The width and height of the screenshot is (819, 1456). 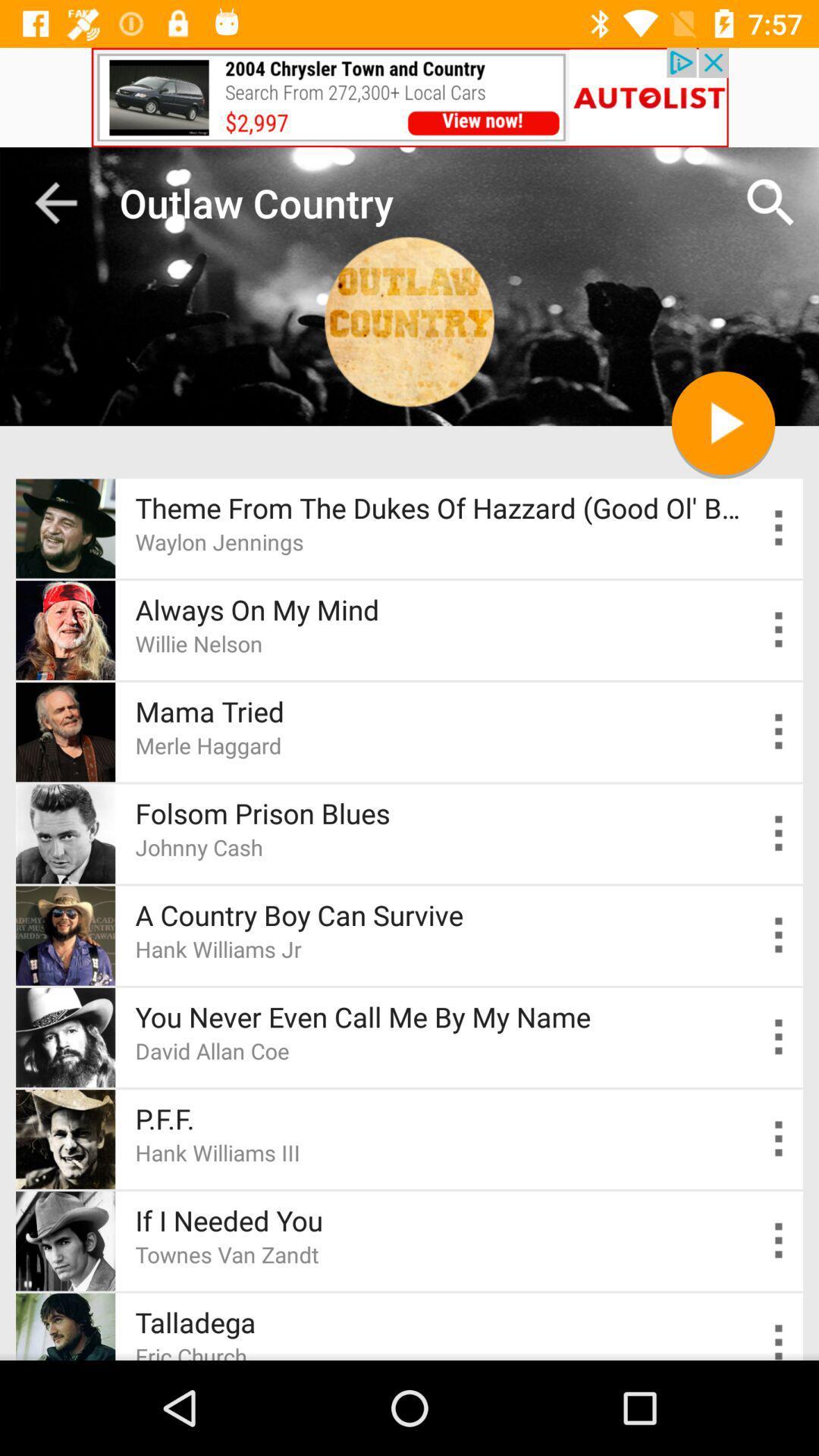 I want to click on click for more information, so click(x=779, y=528).